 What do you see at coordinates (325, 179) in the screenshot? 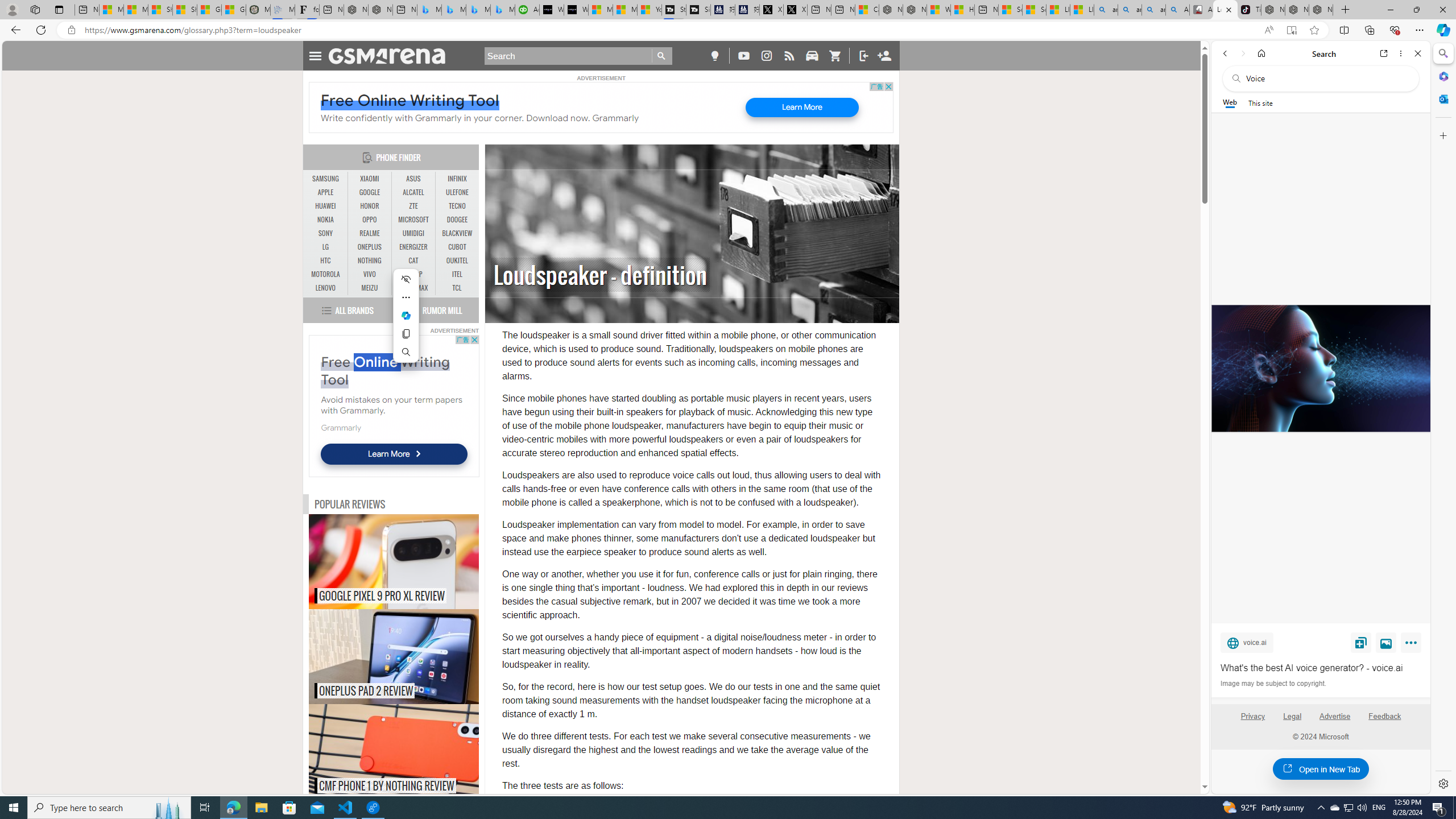
I see `'SAMSUNG'` at bounding box center [325, 179].